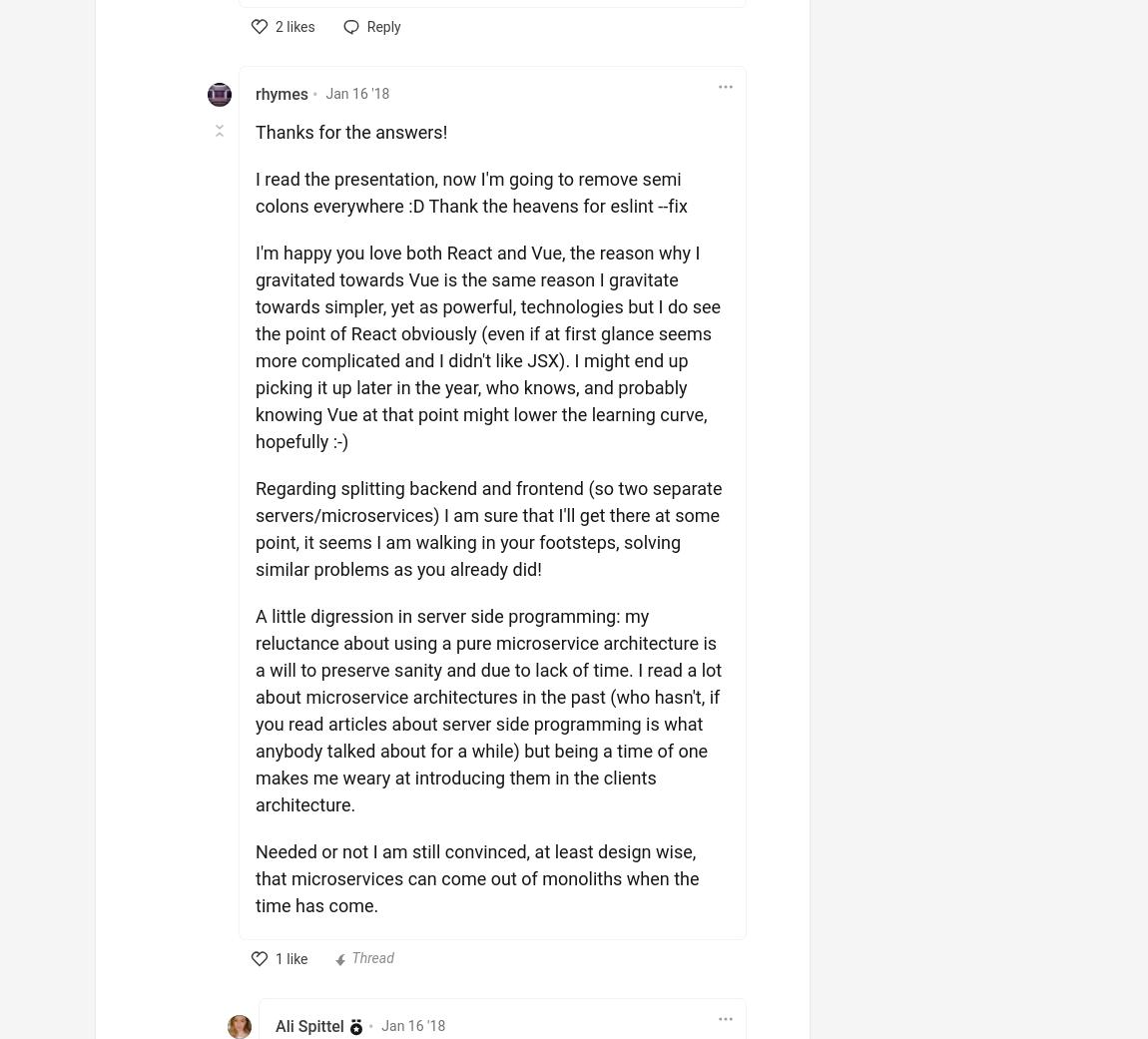 The image size is (1148, 1039). Describe the element at coordinates (254, 709) in the screenshot. I see `'A little digression in server side programming: my reluctance about using a pure microservice architecture is a will to preserve sanity and due to lack of time. I read a lot about microservice architectures in the past (who hasn't, if you read articles about server side programming is what anybody talked about for a while) but being a time of one makes me weary at introducing them in the clients architecture.'` at that location.